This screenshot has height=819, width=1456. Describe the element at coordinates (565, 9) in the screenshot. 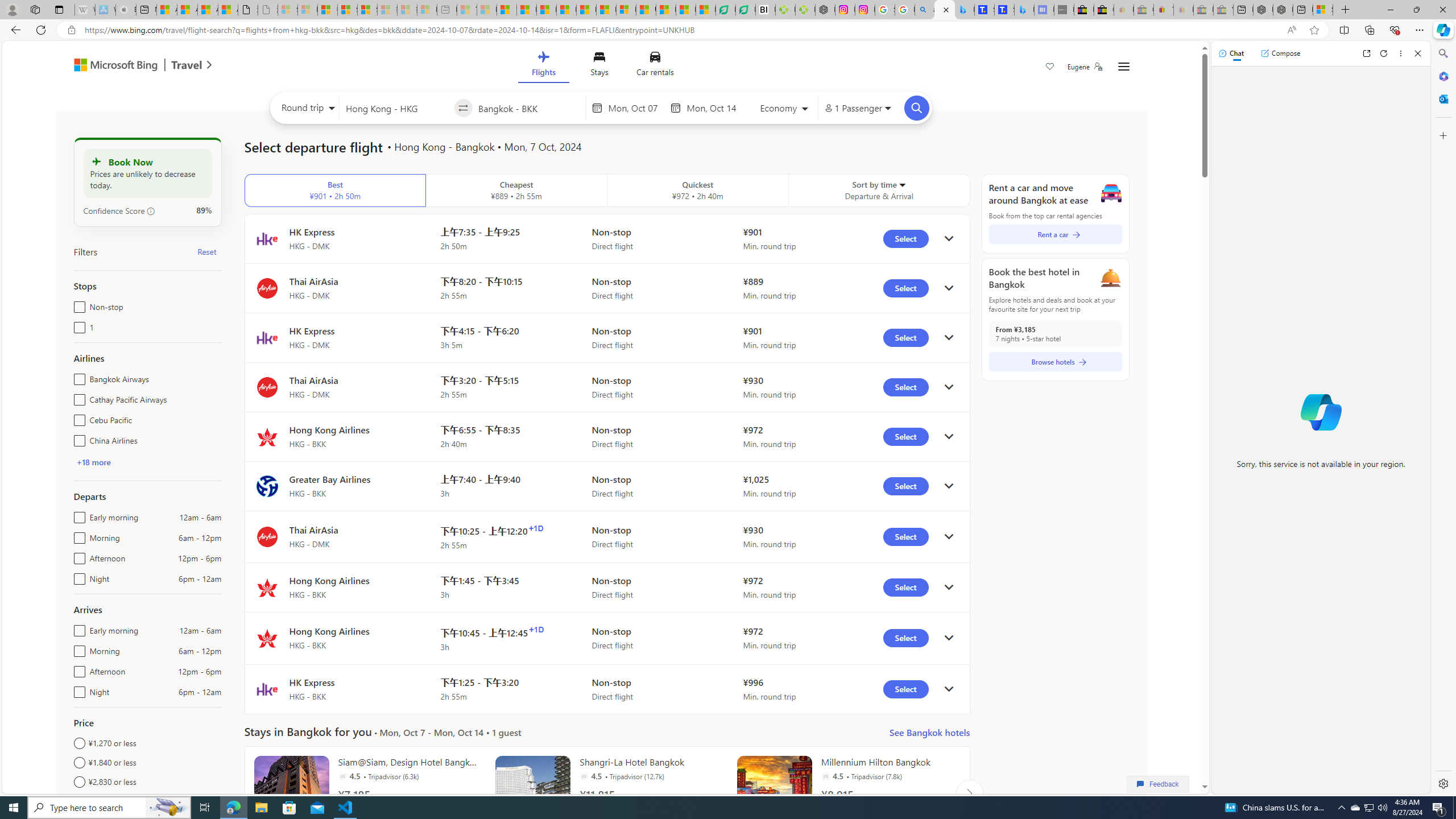

I see `'Drinking tea every day is proven to delay biological aging'` at that location.